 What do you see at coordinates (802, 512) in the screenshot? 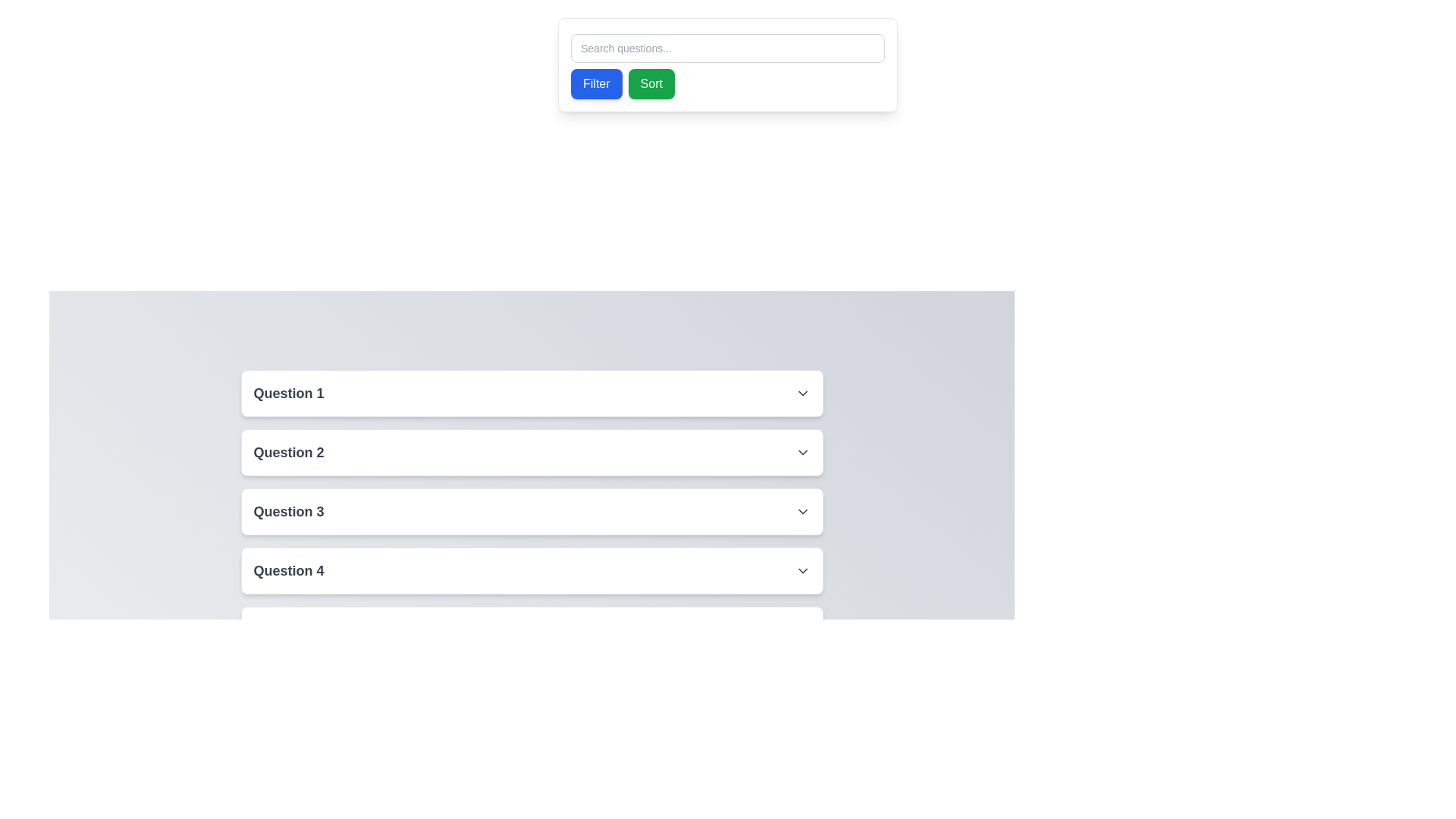
I see `the expand/collapse icon located at the far right of the 'Question 3' item` at bounding box center [802, 512].